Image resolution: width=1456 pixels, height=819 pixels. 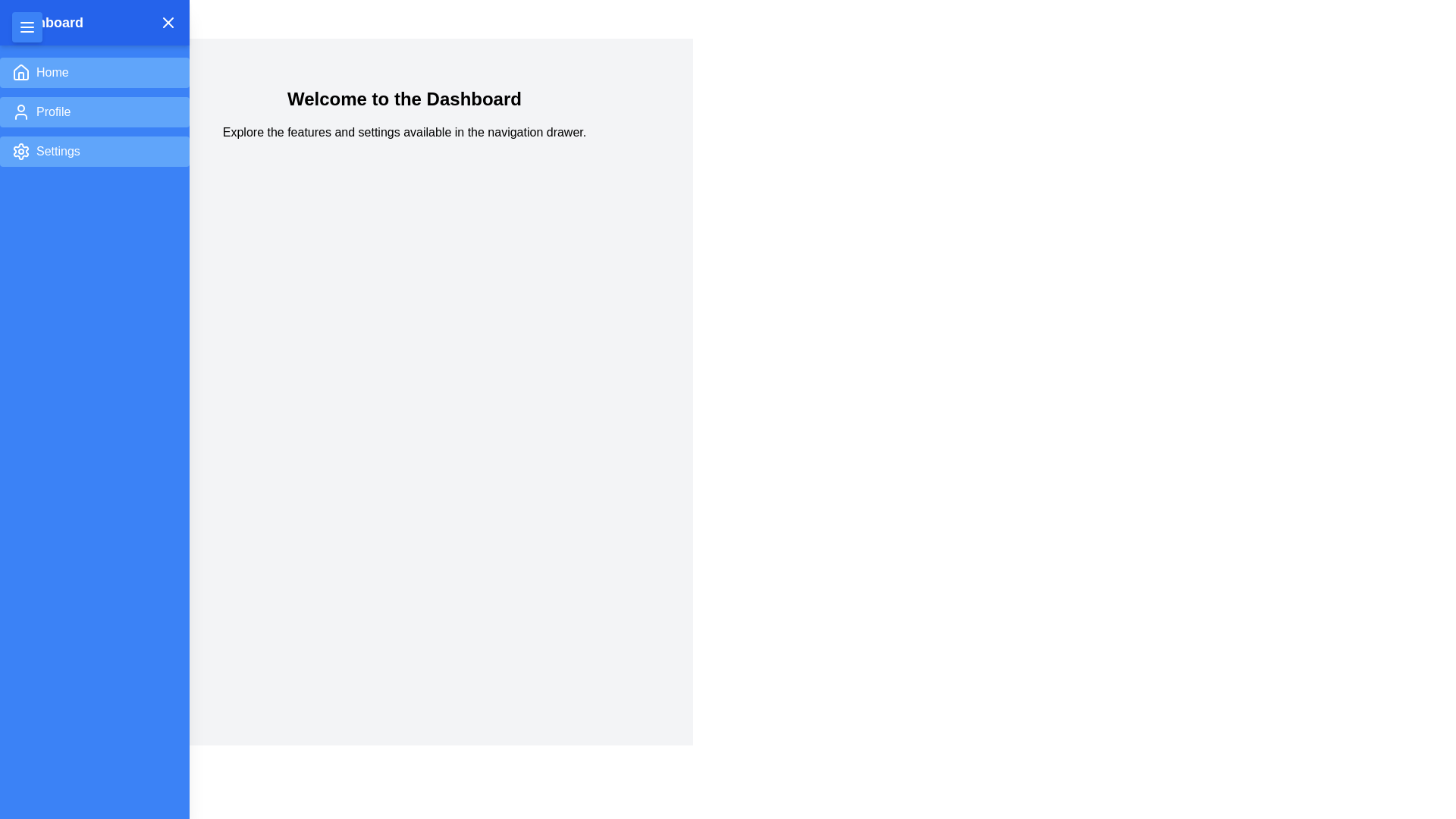 What do you see at coordinates (27, 27) in the screenshot?
I see `the button located in the top-left corner of the interface, adjacent to the 'Board' label` at bounding box center [27, 27].